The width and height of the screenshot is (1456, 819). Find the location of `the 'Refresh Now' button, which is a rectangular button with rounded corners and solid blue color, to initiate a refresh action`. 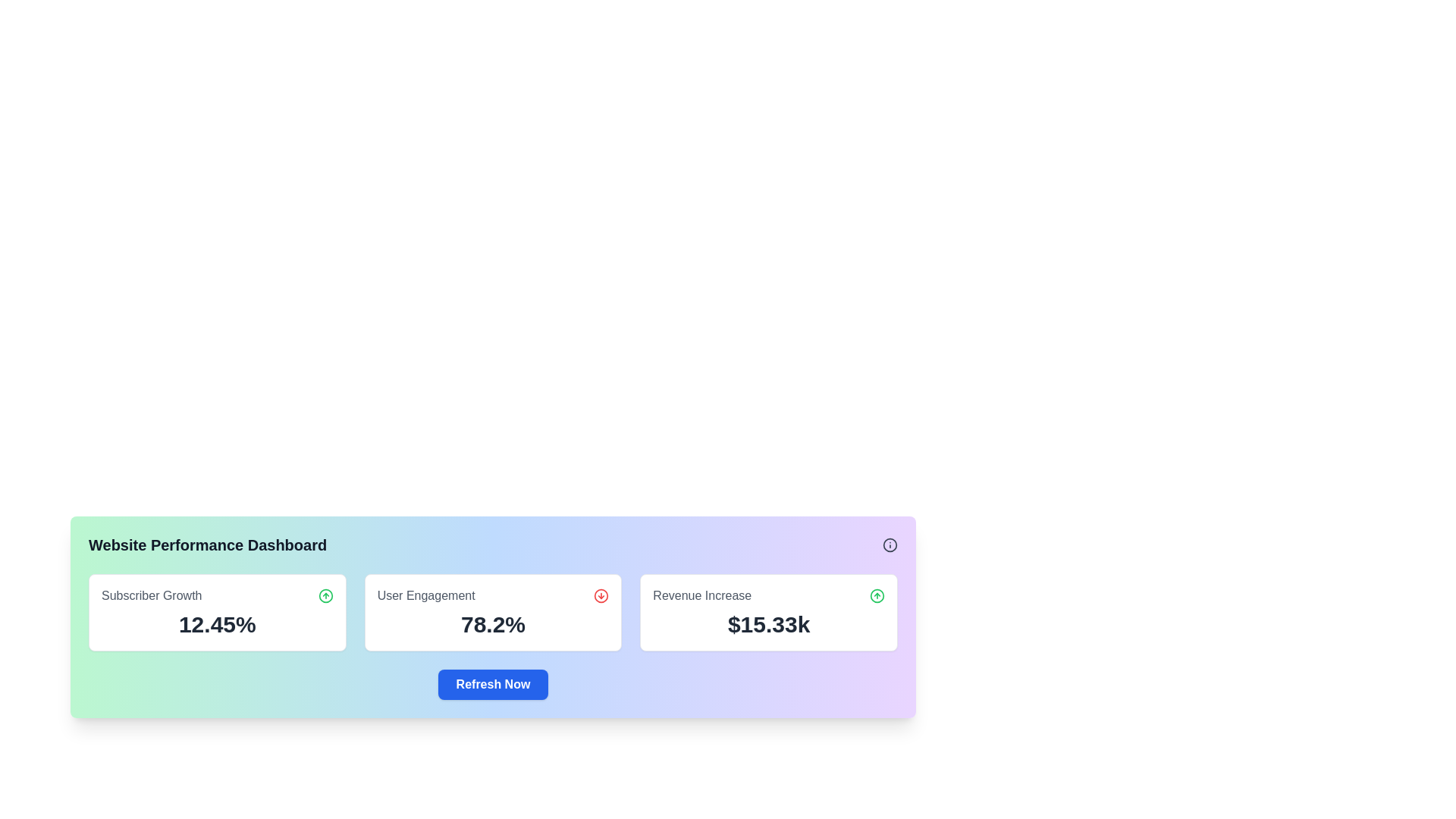

the 'Refresh Now' button, which is a rectangular button with rounded corners and solid blue color, to initiate a refresh action is located at coordinates (493, 684).